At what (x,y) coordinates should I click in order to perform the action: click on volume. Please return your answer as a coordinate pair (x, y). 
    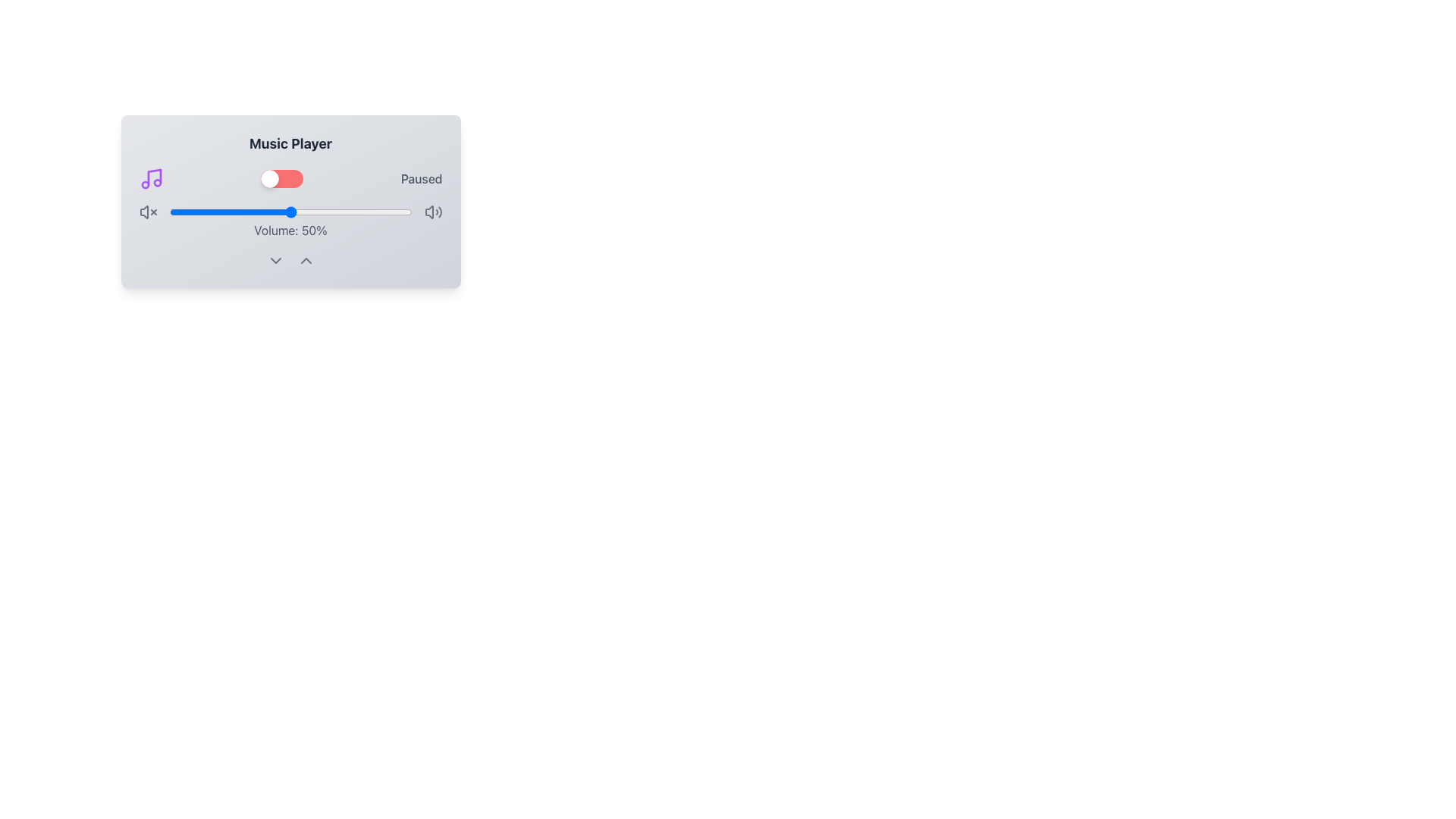
    Looking at the image, I should click on (338, 212).